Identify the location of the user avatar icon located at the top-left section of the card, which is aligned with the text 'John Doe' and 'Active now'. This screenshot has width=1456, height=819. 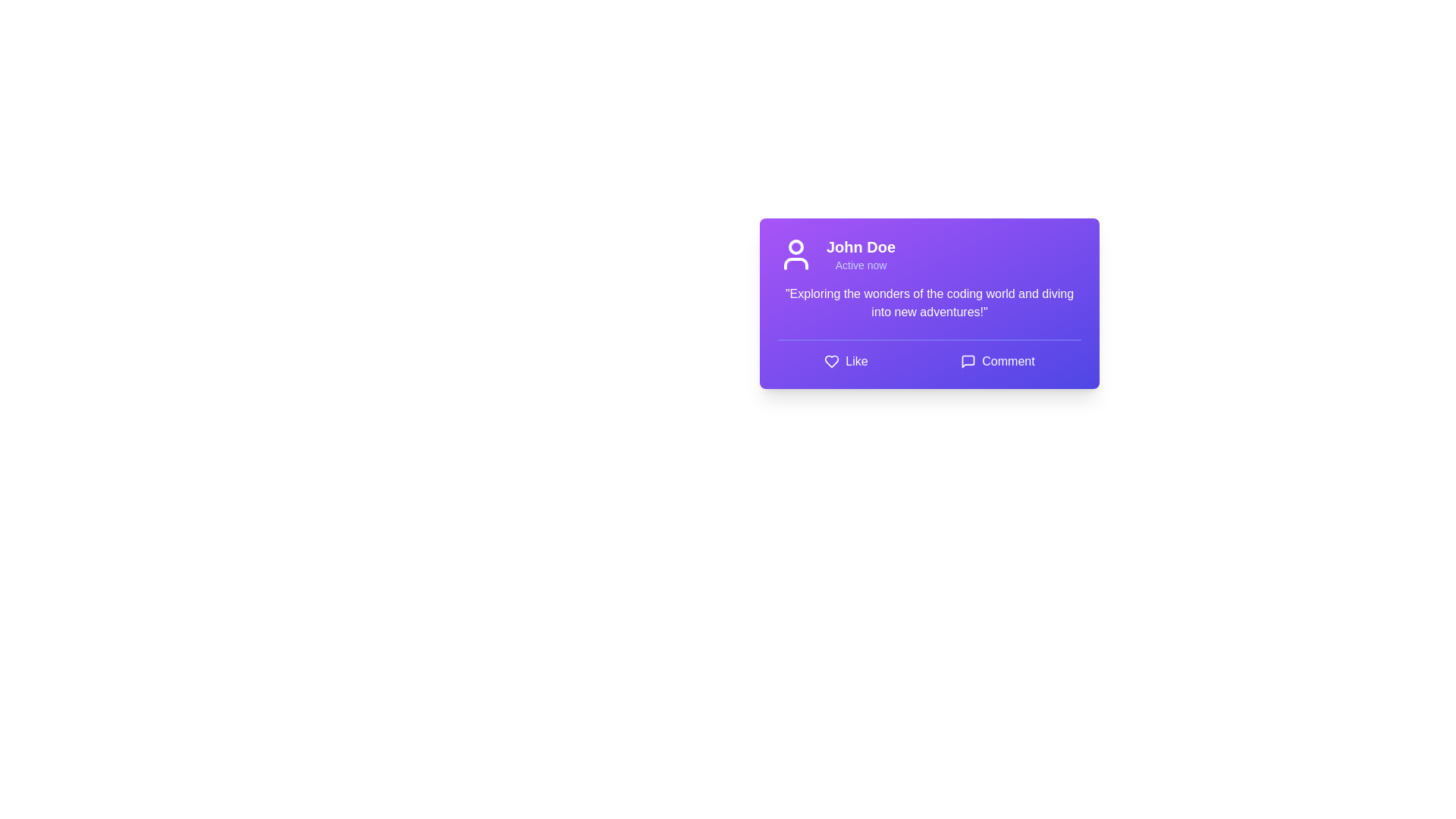
(795, 253).